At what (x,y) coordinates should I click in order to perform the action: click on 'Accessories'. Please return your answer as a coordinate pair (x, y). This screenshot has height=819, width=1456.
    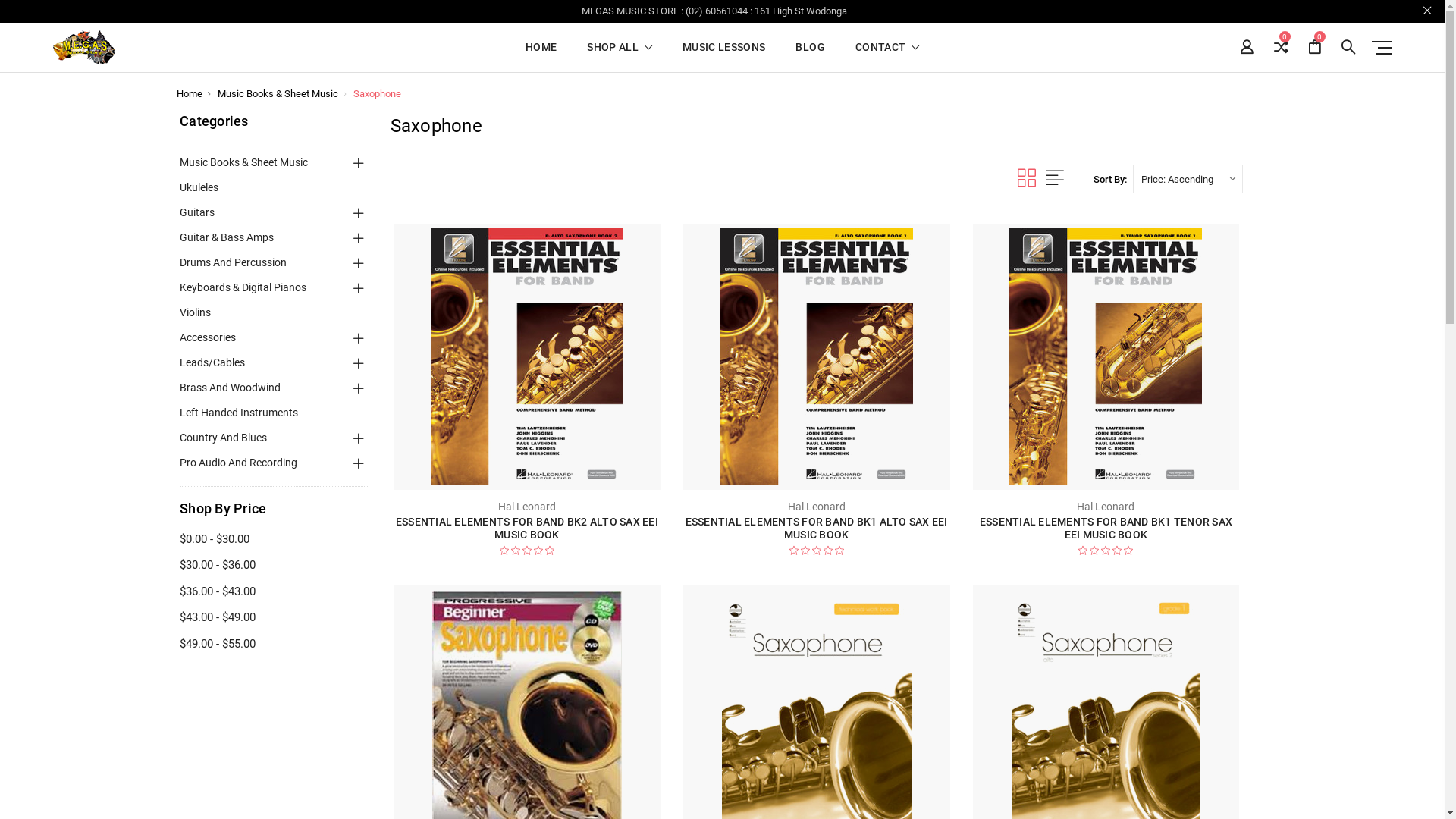
    Looking at the image, I should click on (206, 335).